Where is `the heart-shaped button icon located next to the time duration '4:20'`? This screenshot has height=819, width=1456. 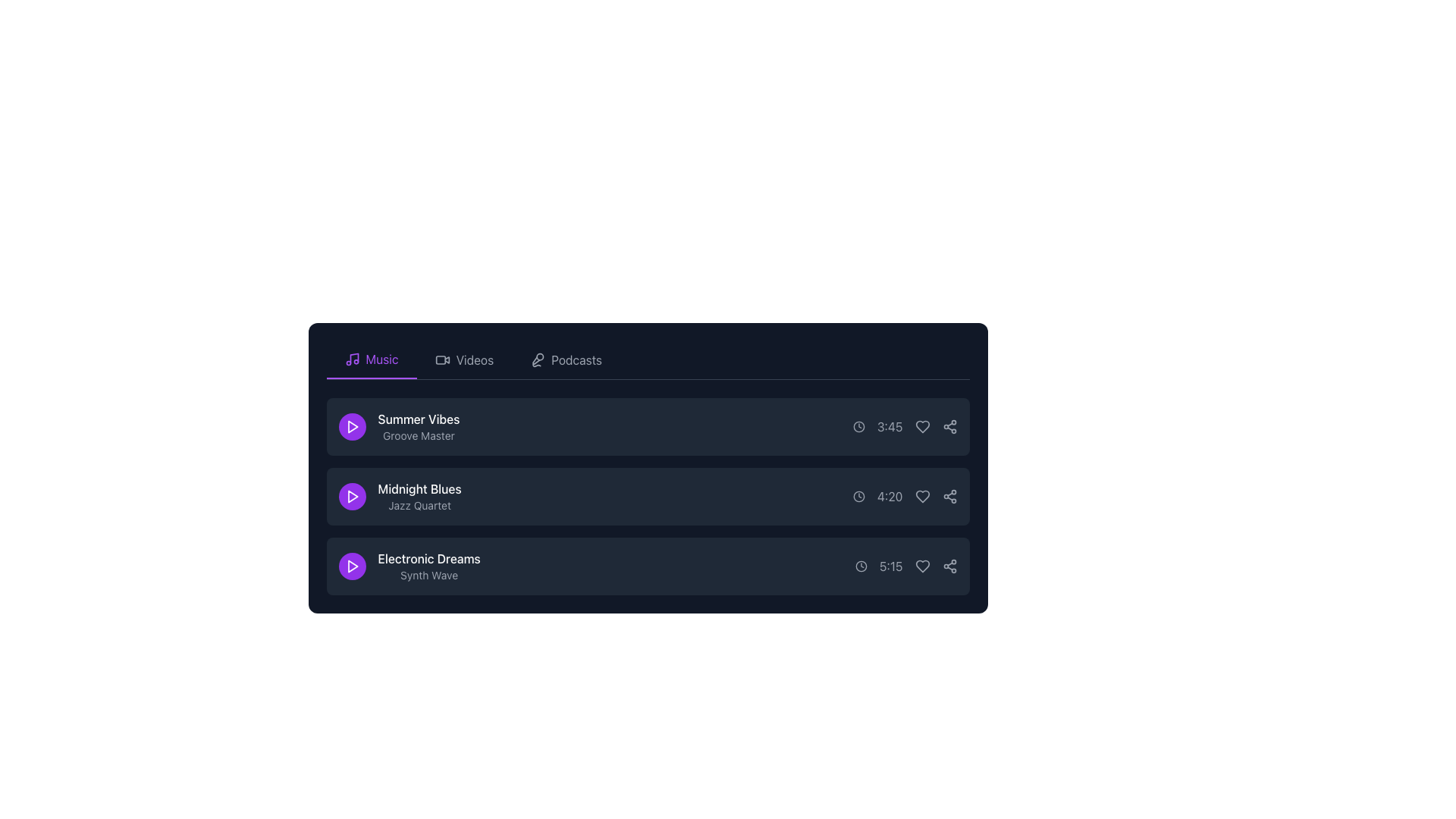 the heart-shaped button icon located next to the time duration '4:20' is located at coordinates (921, 497).